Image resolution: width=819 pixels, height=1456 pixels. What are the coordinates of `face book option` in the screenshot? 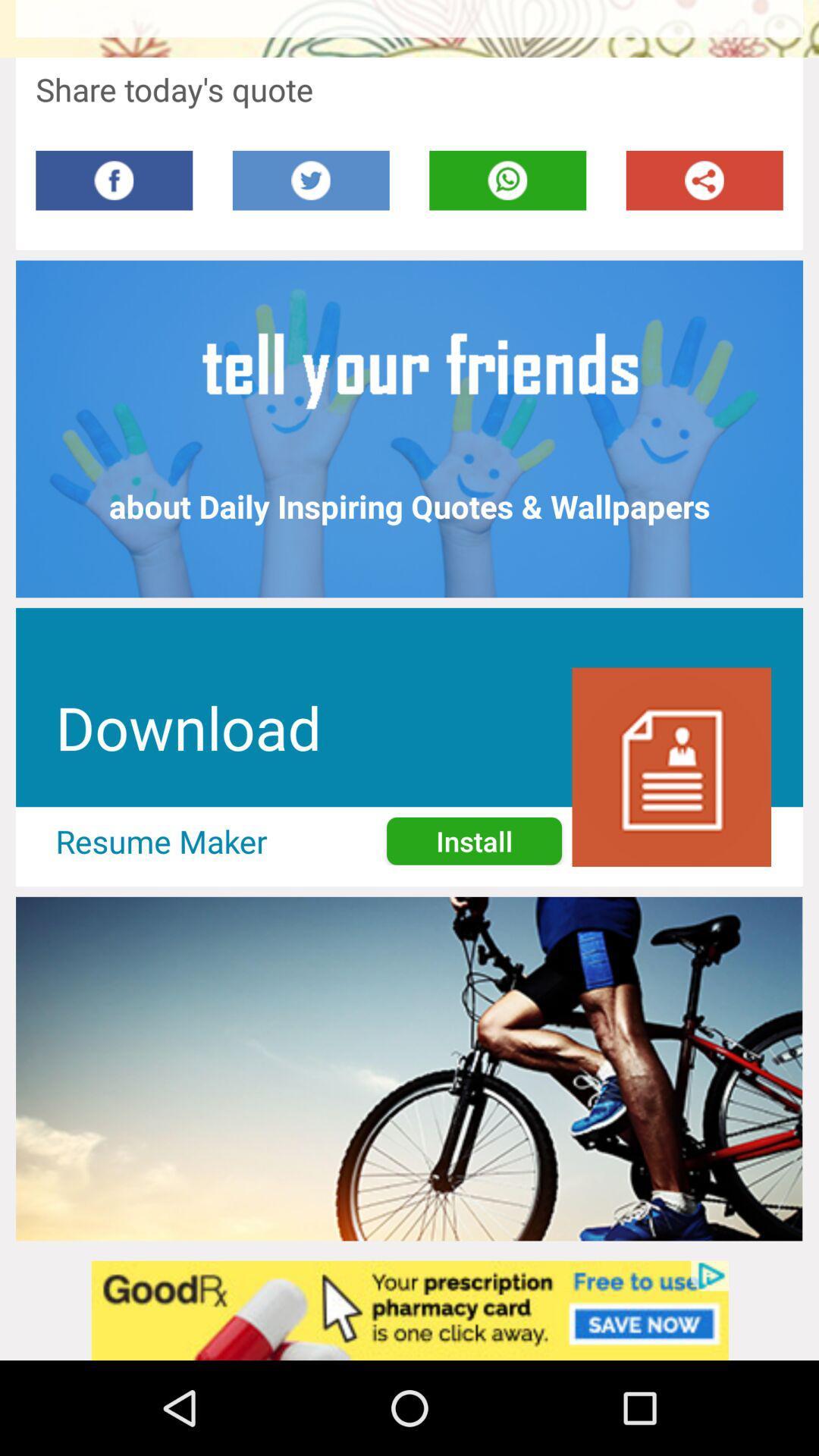 It's located at (113, 180).